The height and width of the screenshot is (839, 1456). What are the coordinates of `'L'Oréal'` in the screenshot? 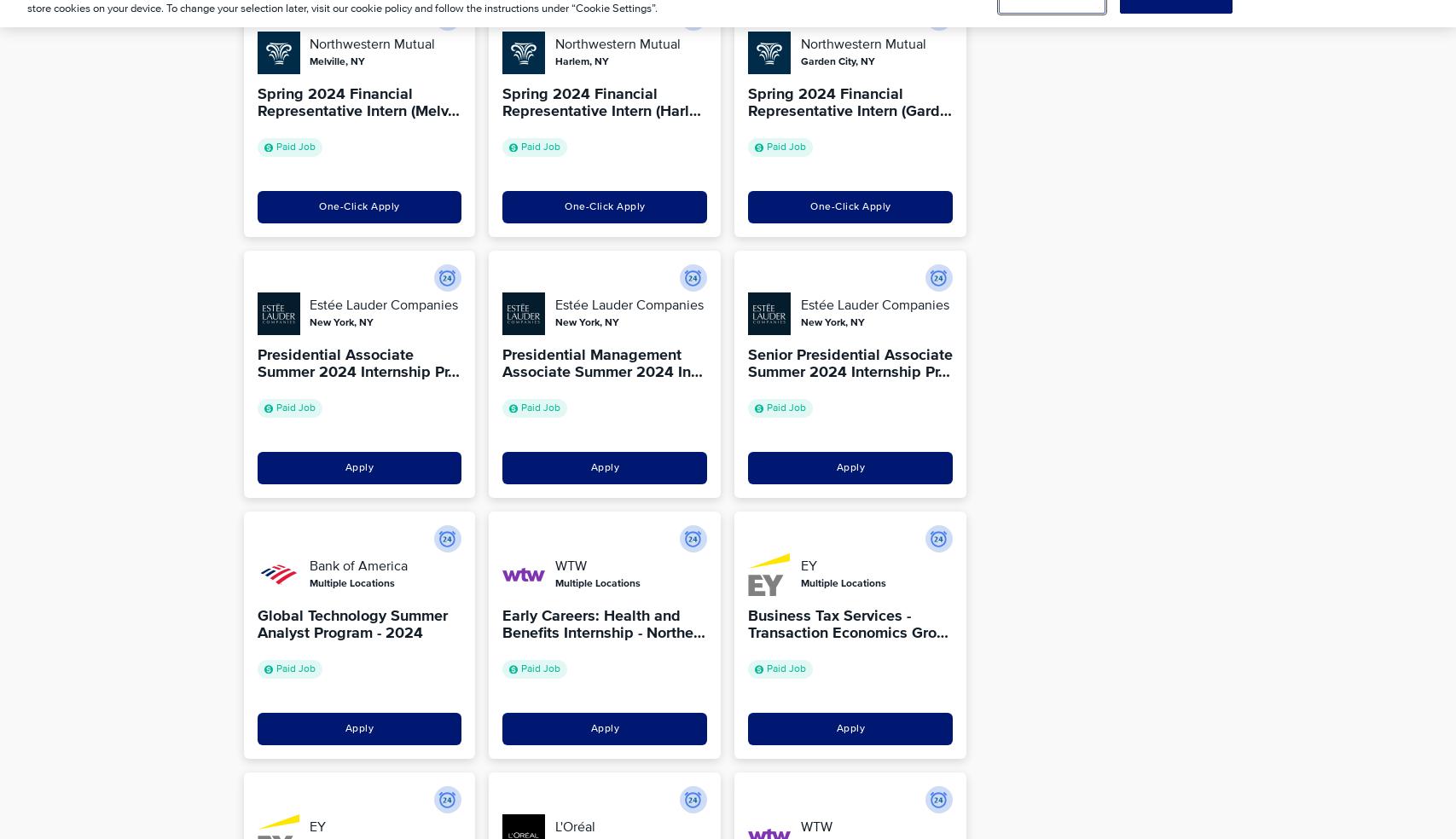 It's located at (575, 827).